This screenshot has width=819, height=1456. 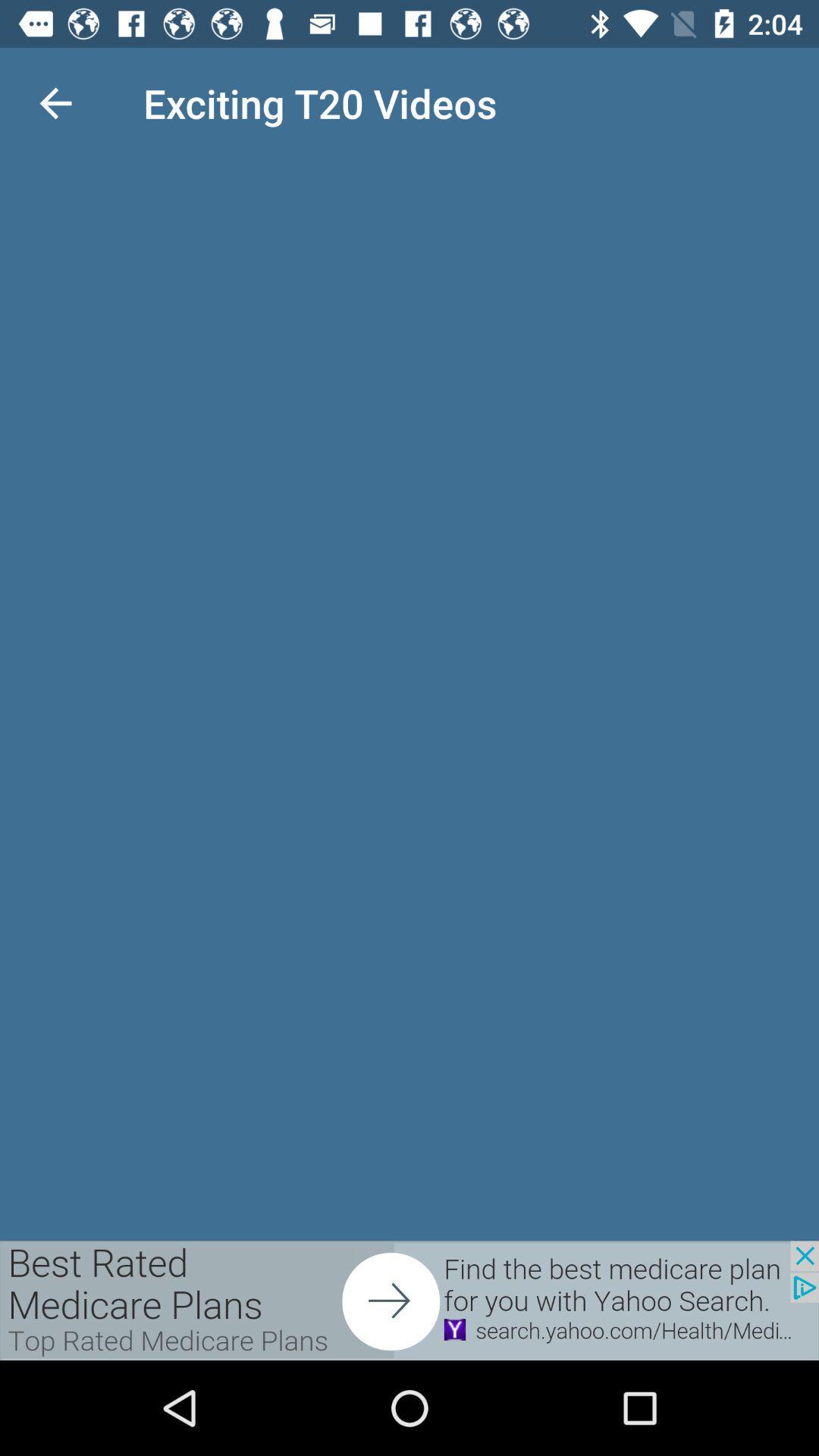 I want to click on medicare plans on search.yahoo.com, so click(x=409, y=1300).